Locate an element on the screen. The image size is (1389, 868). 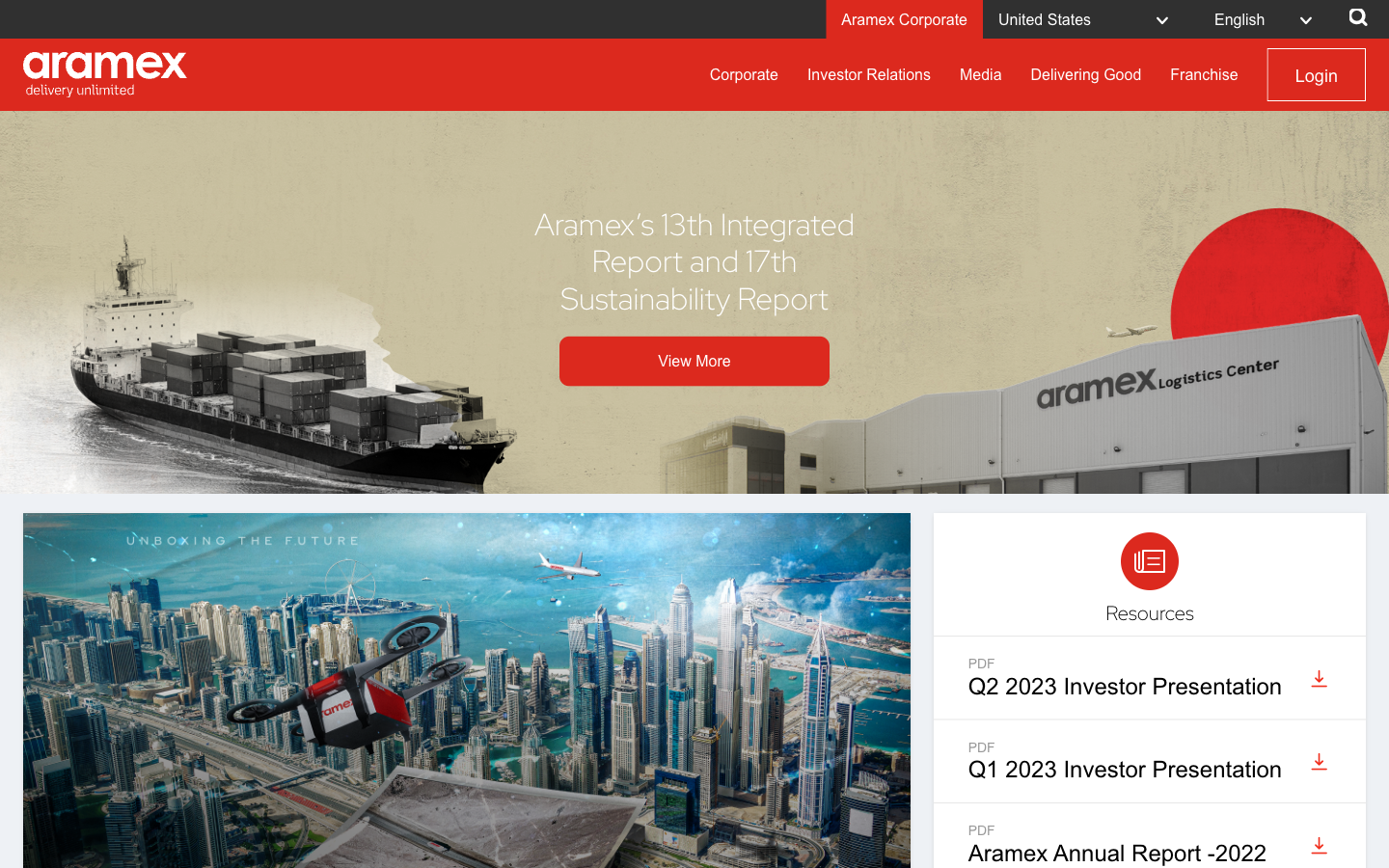
Adjust language setting to the second option in the selection menu is located at coordinates (1268, 17).